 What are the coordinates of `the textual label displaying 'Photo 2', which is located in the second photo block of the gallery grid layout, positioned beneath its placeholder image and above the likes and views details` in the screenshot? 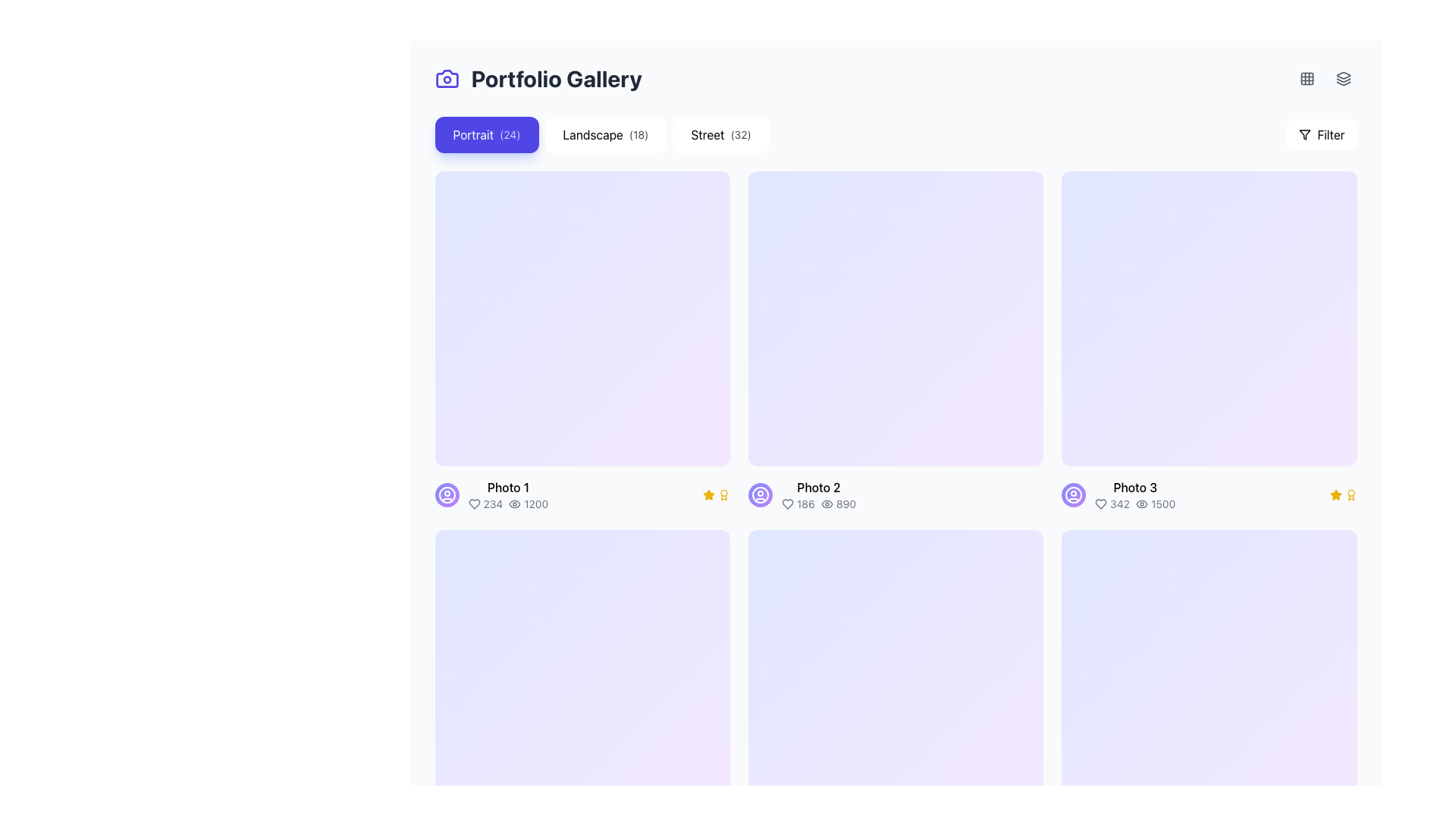 It's located at (817, 488).